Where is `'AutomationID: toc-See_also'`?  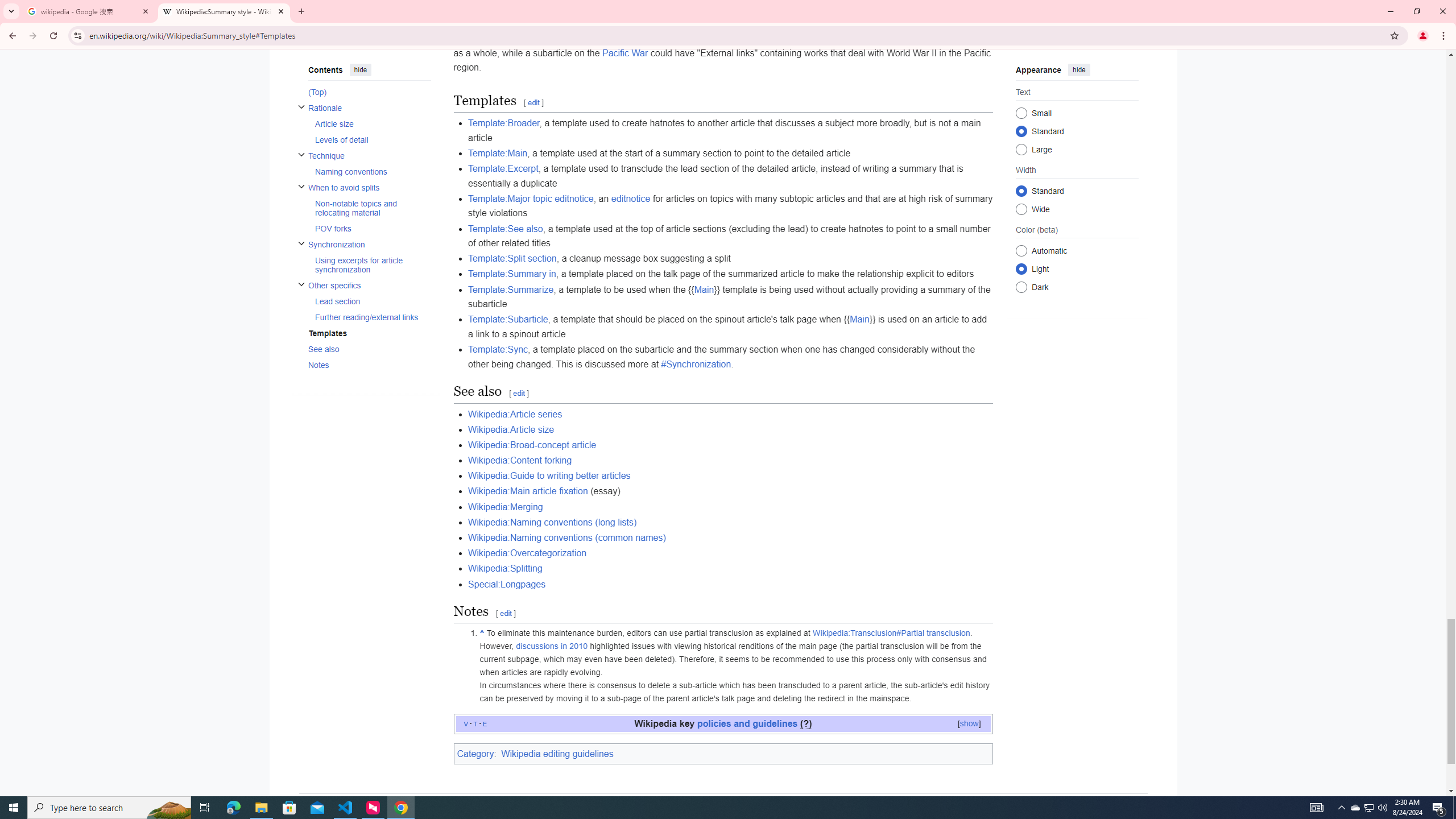 'AutomationID: toc-See_also' is located at coordinates (366, 348).